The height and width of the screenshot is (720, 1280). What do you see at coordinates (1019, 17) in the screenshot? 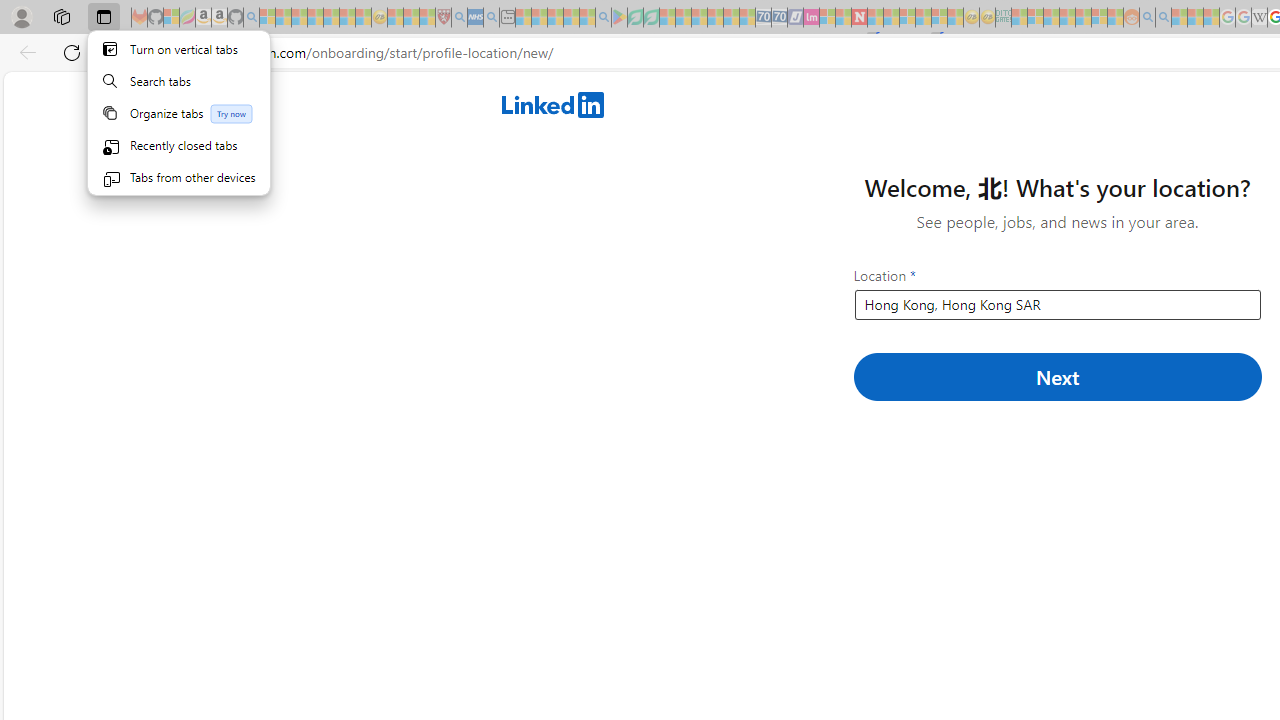
I see `'MSNBC - MSN - Sleeping'` at bounding box center [1019, 17].